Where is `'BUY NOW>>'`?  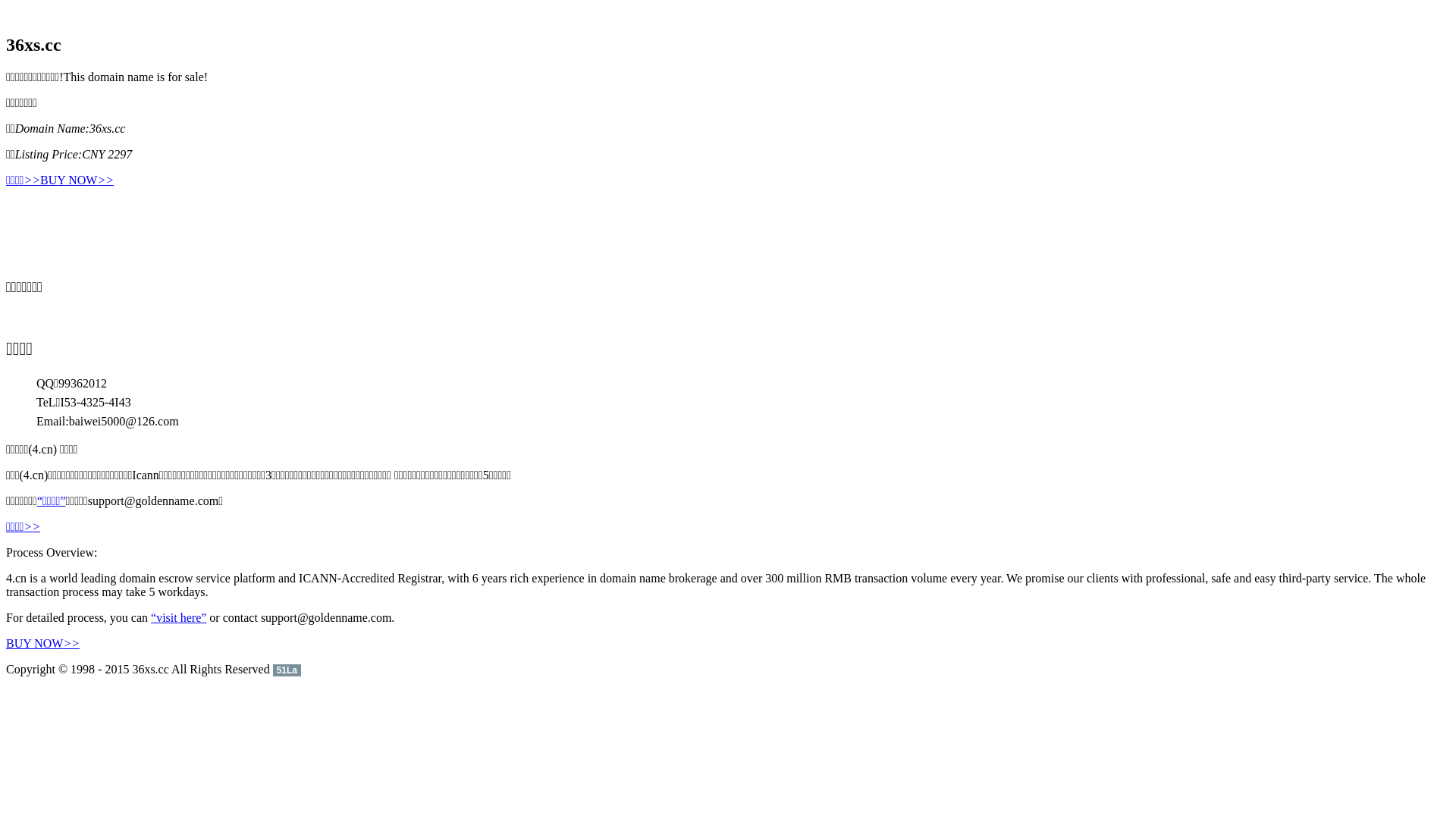
'BUY NOW>>' is located at coordinates (76, 180).